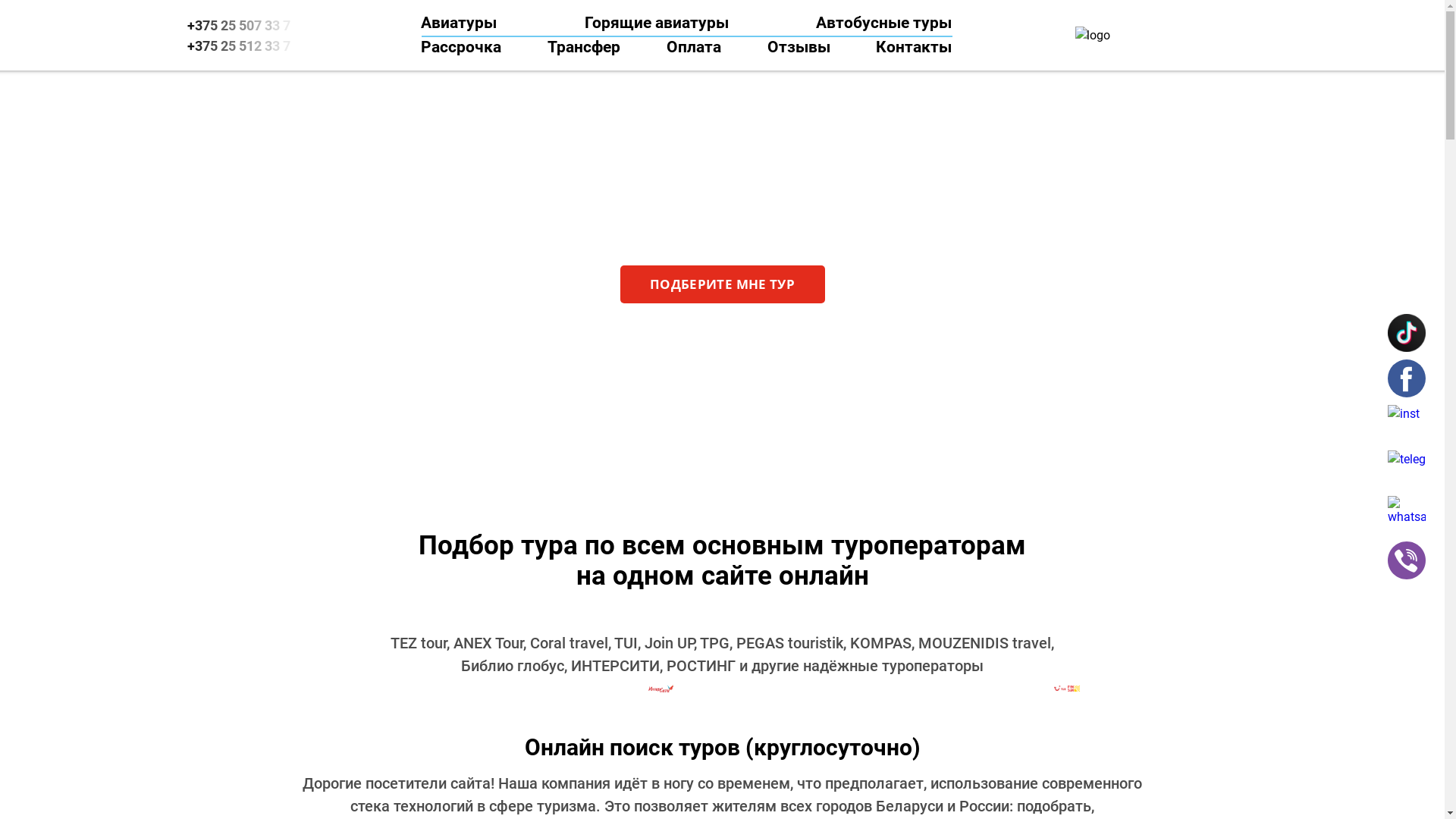 Image resolution: width=1456 pixels, height=819 pixels. I want to click on '+375 25 507 33 7', so click(186, 25).